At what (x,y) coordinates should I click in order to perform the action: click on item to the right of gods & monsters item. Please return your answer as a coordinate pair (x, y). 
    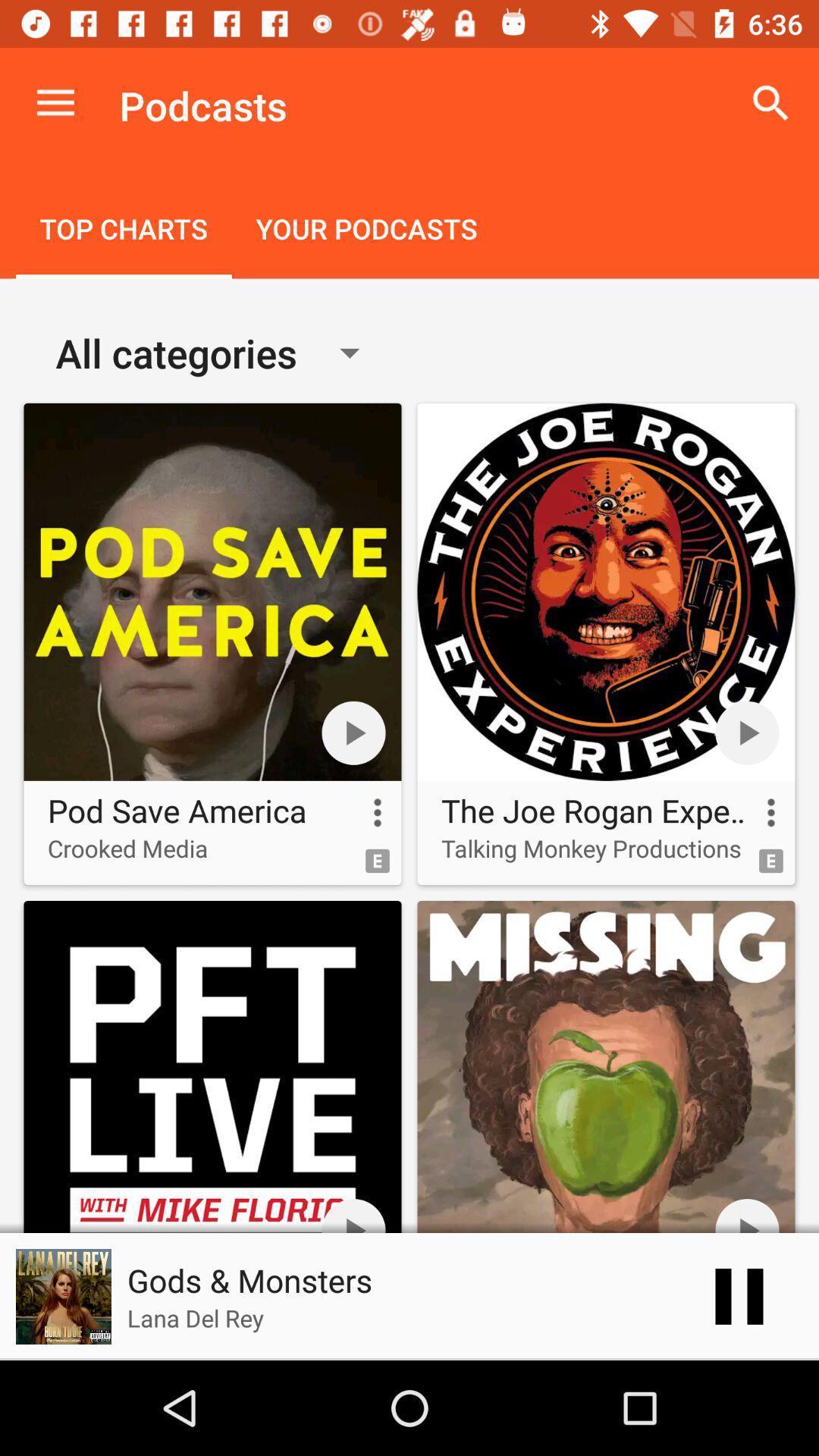
    Looking at the image, I should click on (739, 1295).